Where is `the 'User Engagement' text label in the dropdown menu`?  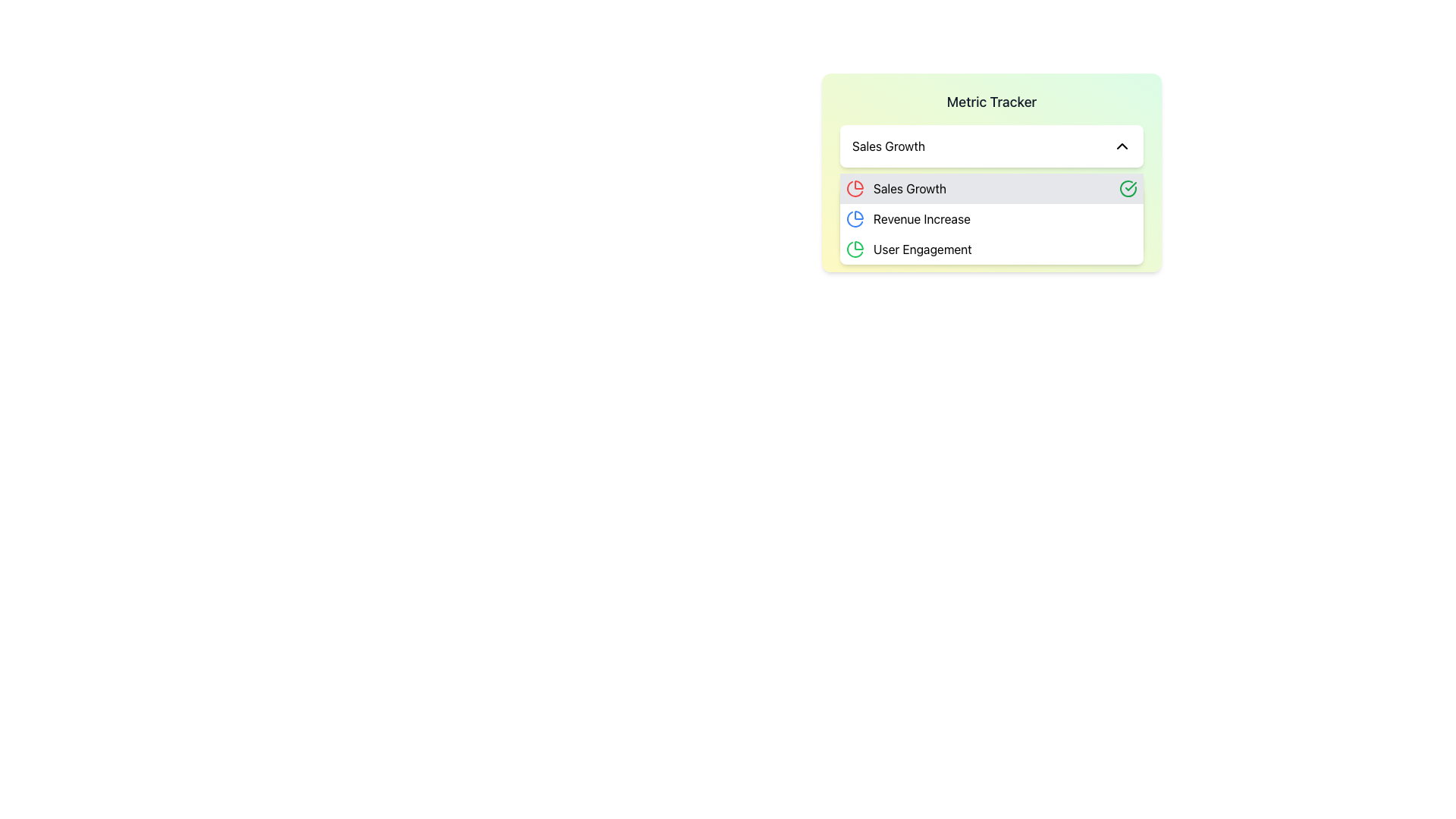
the 'User Engagement' text label in the dropdown menu is located at coordinates (921, 248).